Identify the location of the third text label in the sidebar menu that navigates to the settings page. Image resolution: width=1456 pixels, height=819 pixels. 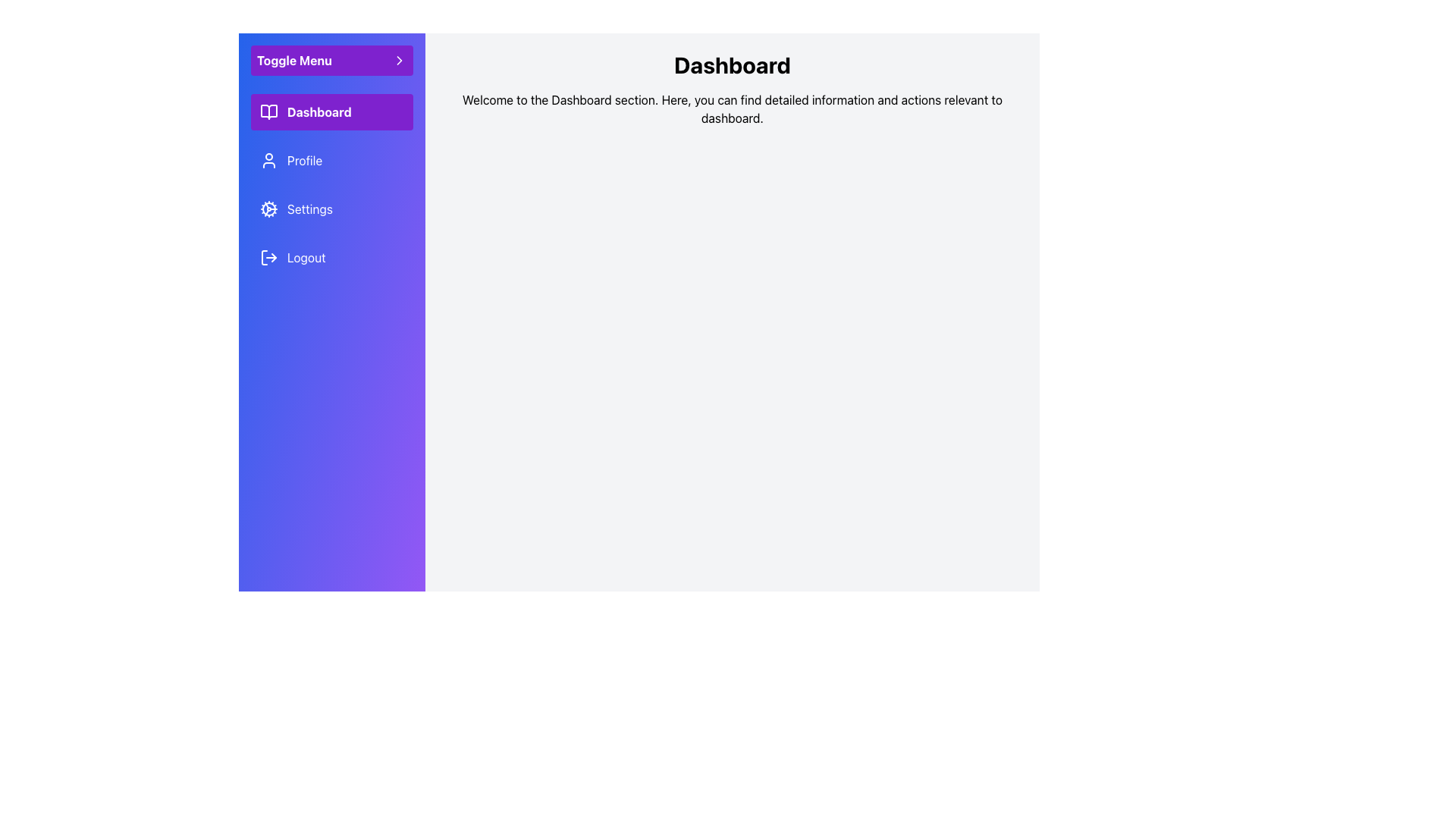
(309, 209).